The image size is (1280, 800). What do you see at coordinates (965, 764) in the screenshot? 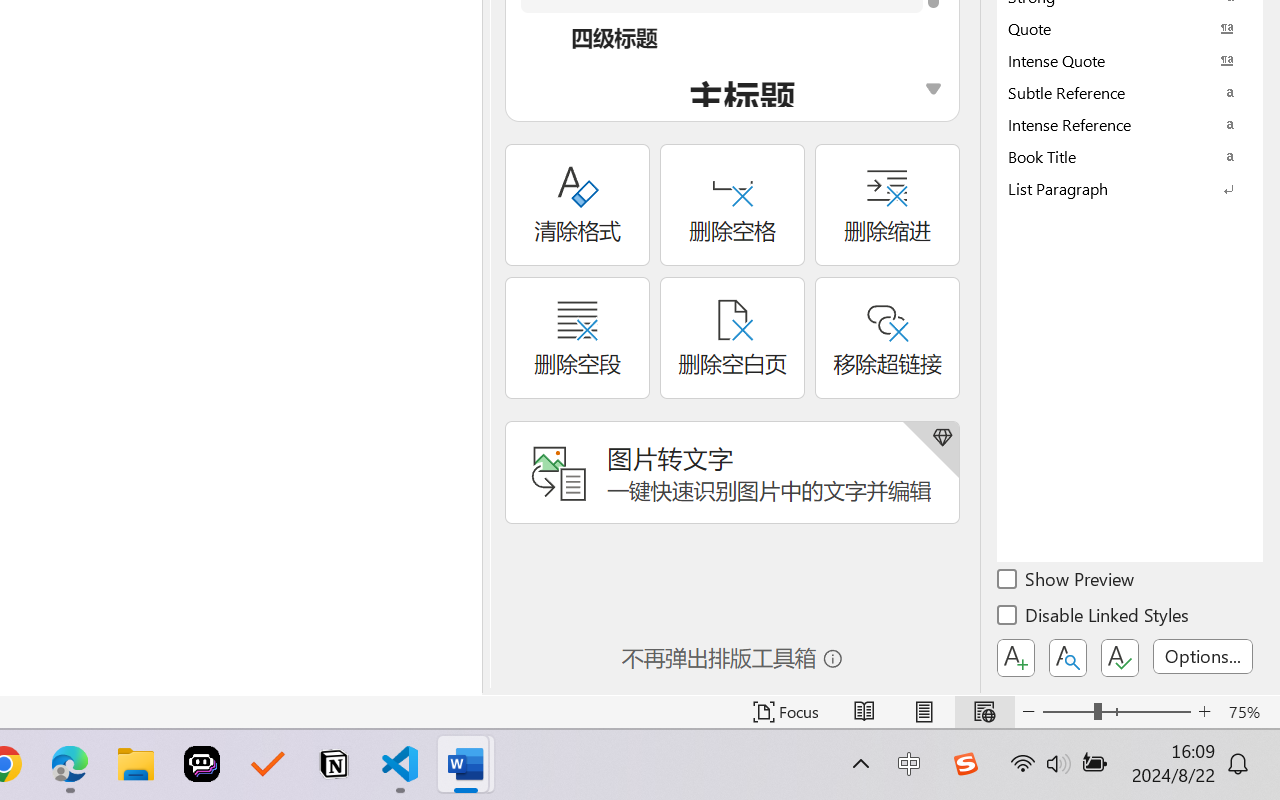
I see `'Class: Image'` at bounding box center [965, 764].